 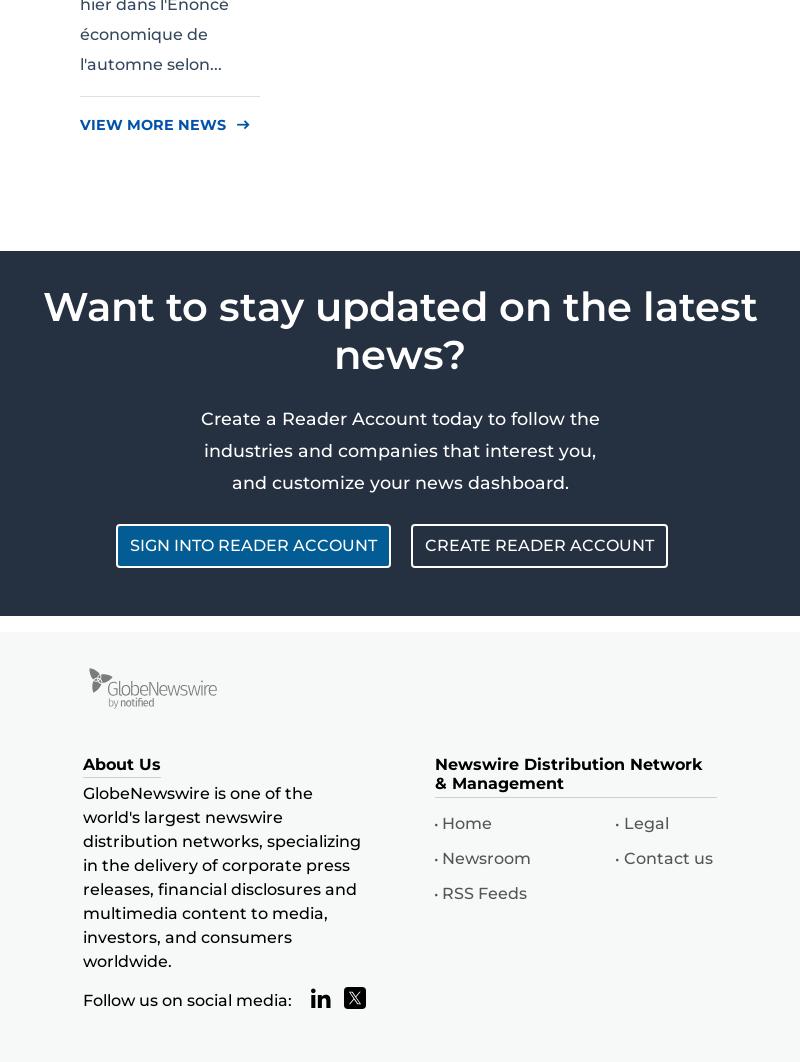 What do you see at coordinates (129, 545) in the screenshot?
I see `'SIGN INTO READER ACCOUNT'` at bounding box center [129, 545].